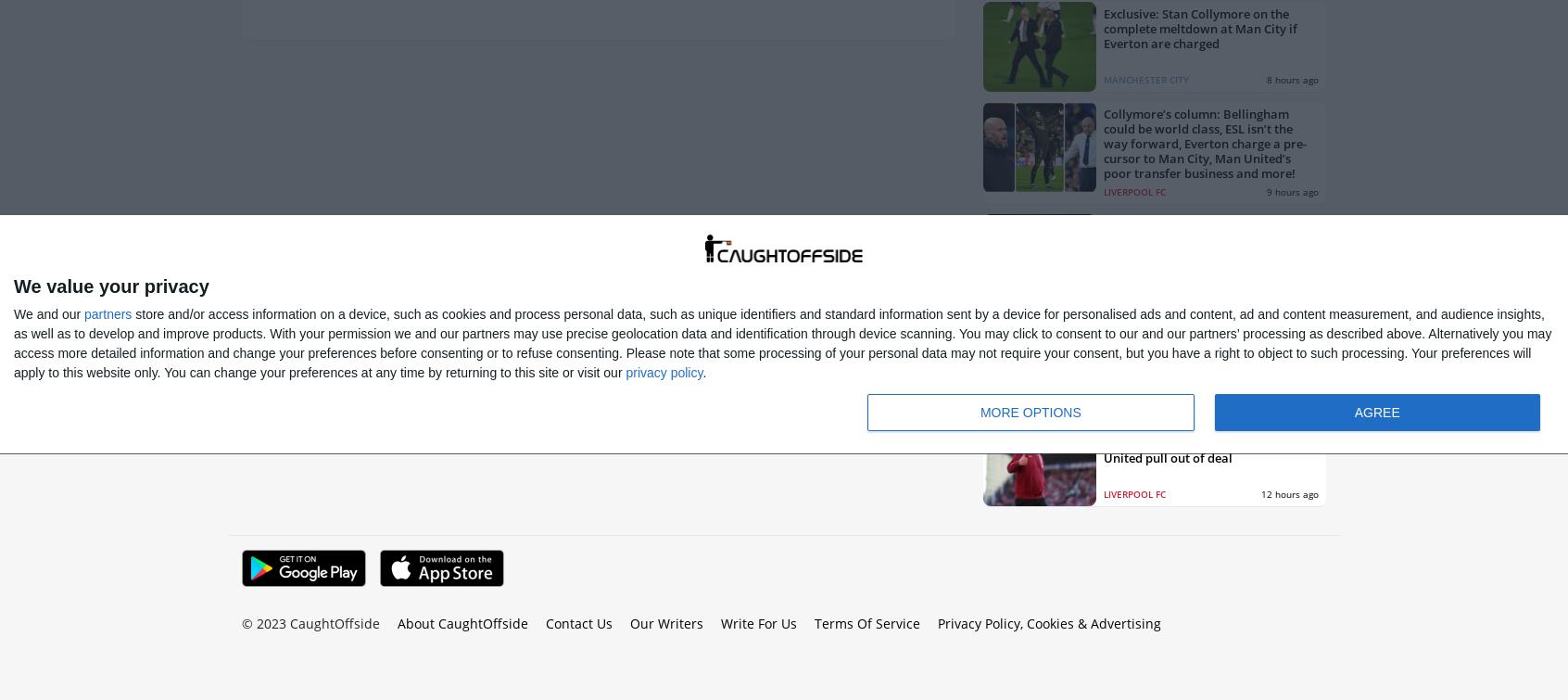 This screenshot has height=700, width=1568. Describe the element at coordinates (1199, 27) in the screenshot. I see `'Exclusive: Stan Collymore on the complete meltdown at Man City if Everton are charged'` at that location.